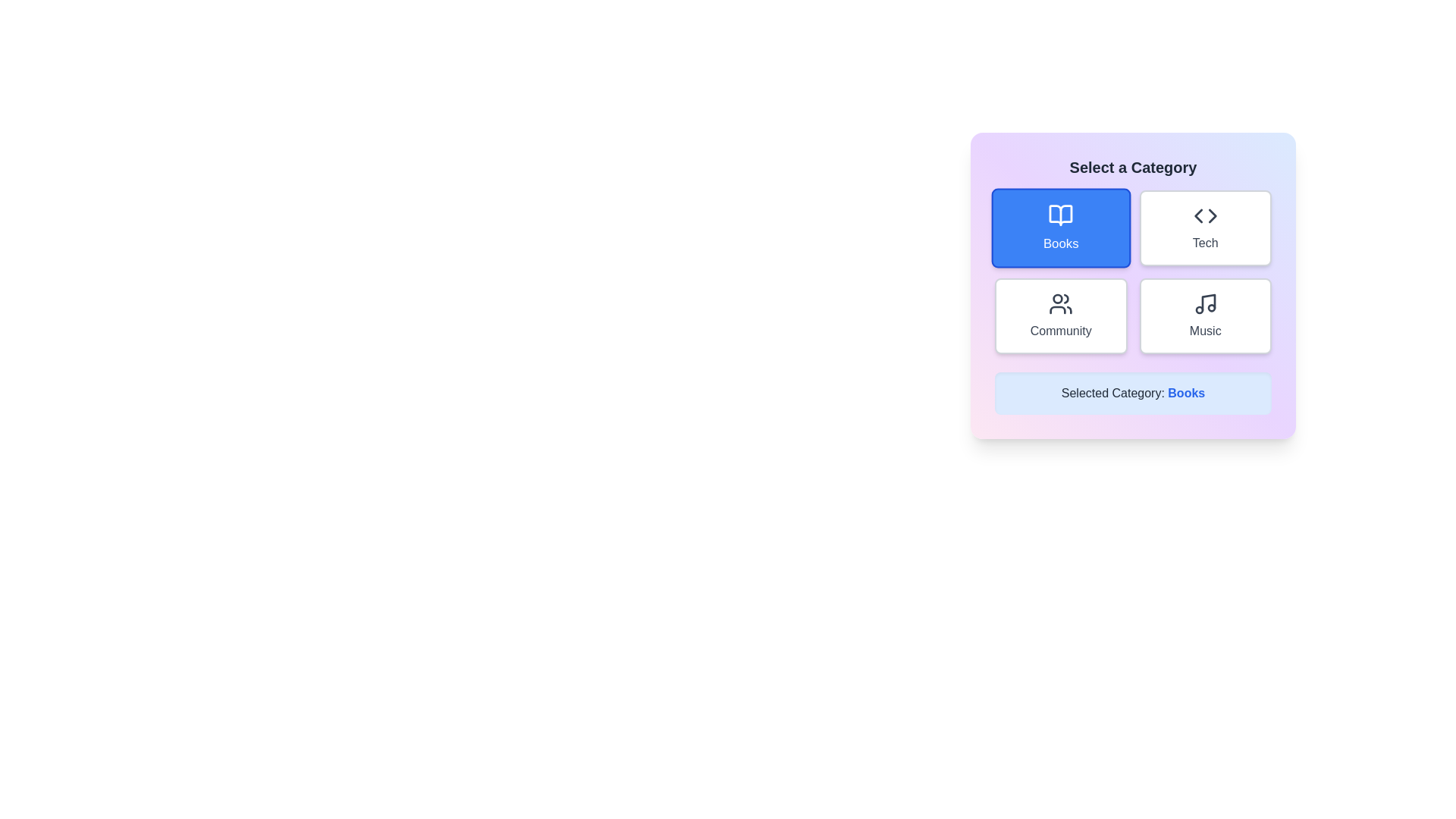 The height and width of the screenshot is (819, 1456). I want to click on the 'Community' category button, so click(1060, 315).